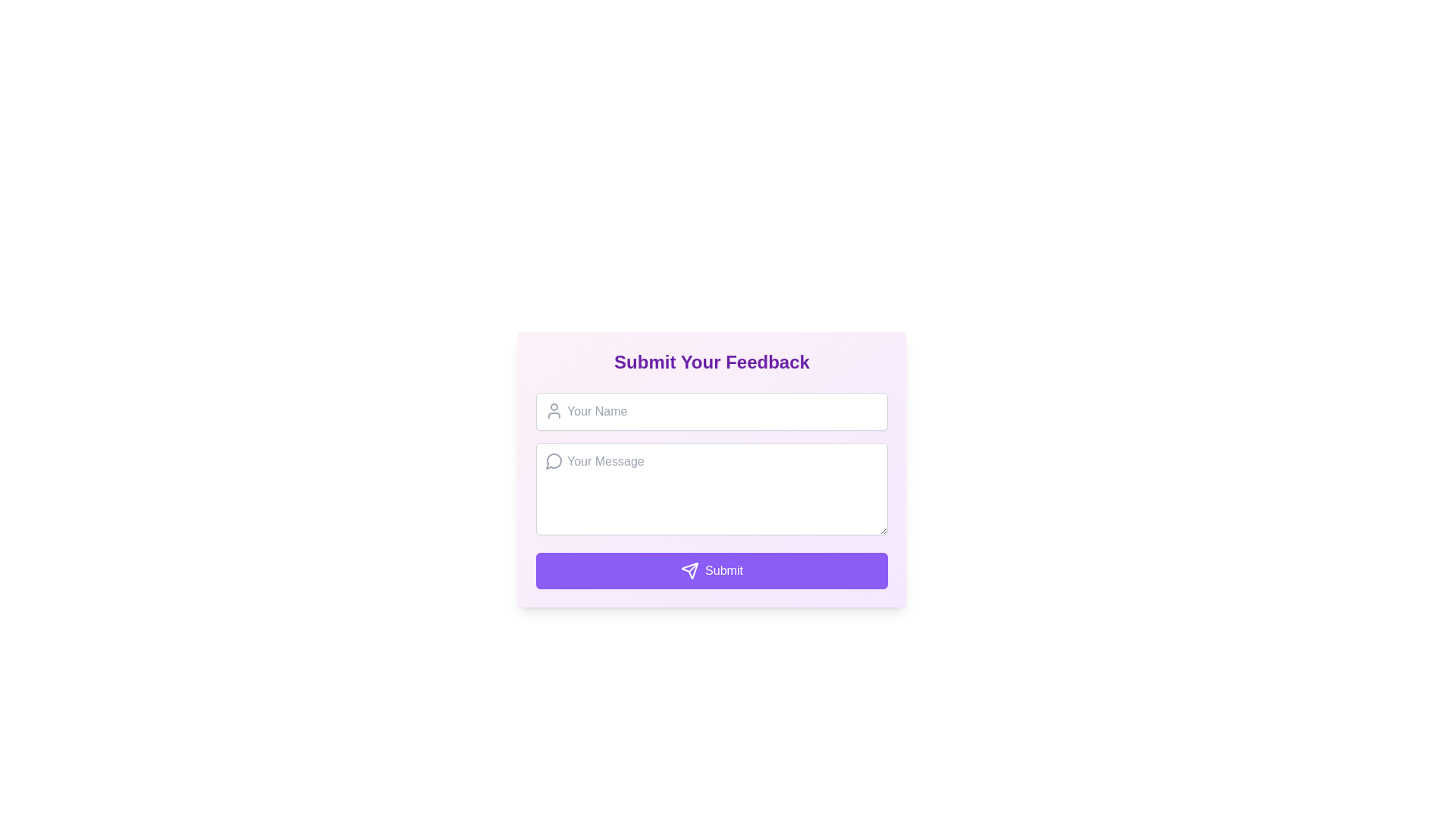 This screenshot has width=1456, height=819. I want to click on the text label reading 'Submit Your Feedback', which is prominently positioned at the top of the feedback form and styled in bold, large purple font, so click(711, 362).